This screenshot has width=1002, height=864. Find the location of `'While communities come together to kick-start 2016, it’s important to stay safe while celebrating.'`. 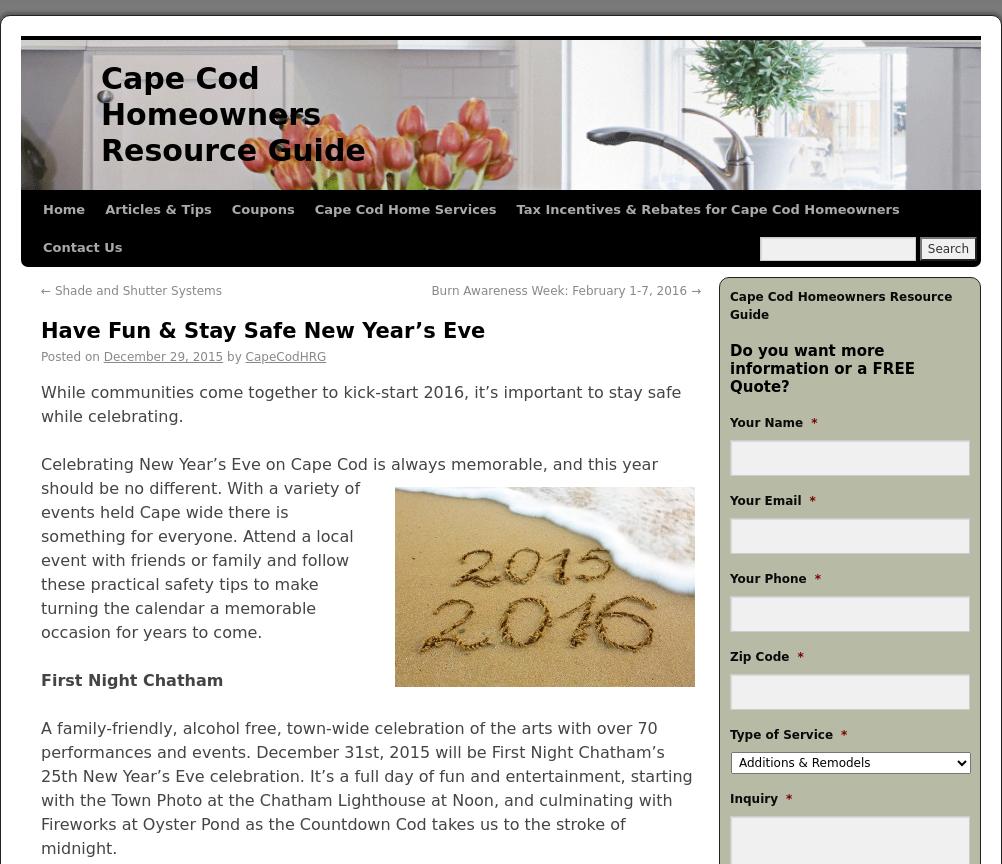

'While communities come together to kick-start 2016, it’s important to stay safe while celebrating.' is located at coordinates (361, 403).